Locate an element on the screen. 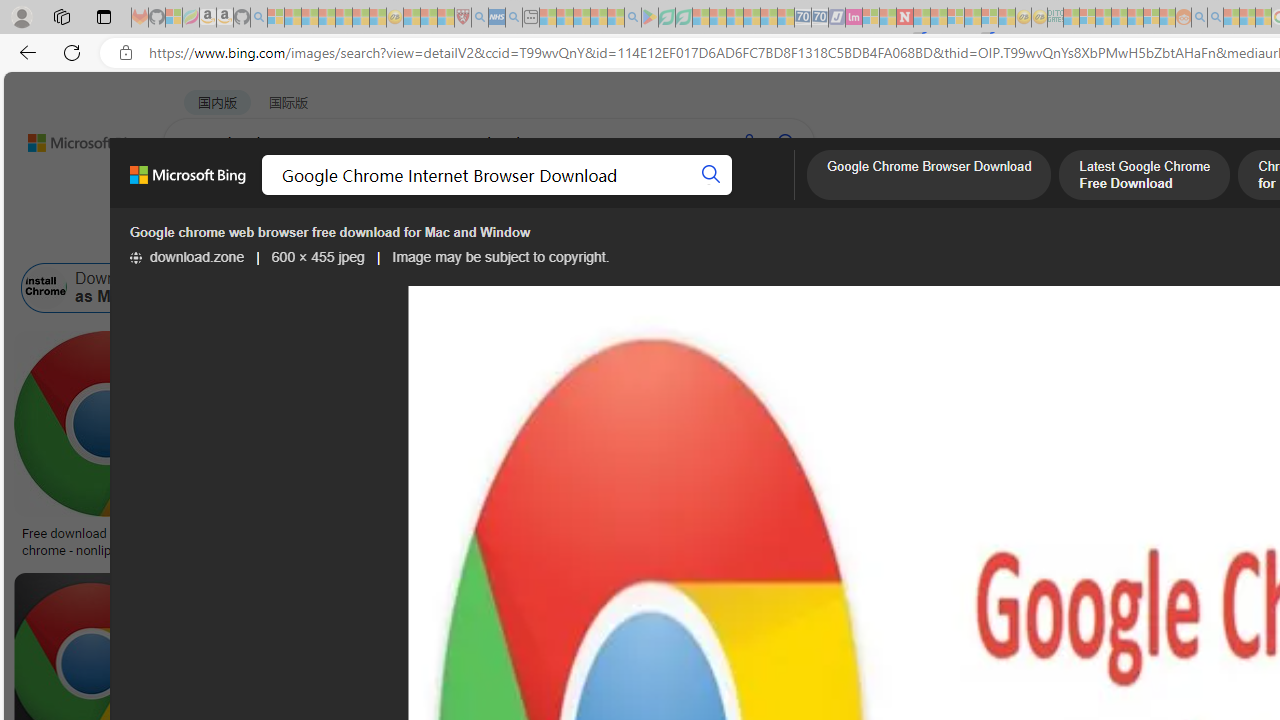 This screenshot has width=1280, height=720. 'Image may be subject to copyright.' is located at coordinates (501, 256).